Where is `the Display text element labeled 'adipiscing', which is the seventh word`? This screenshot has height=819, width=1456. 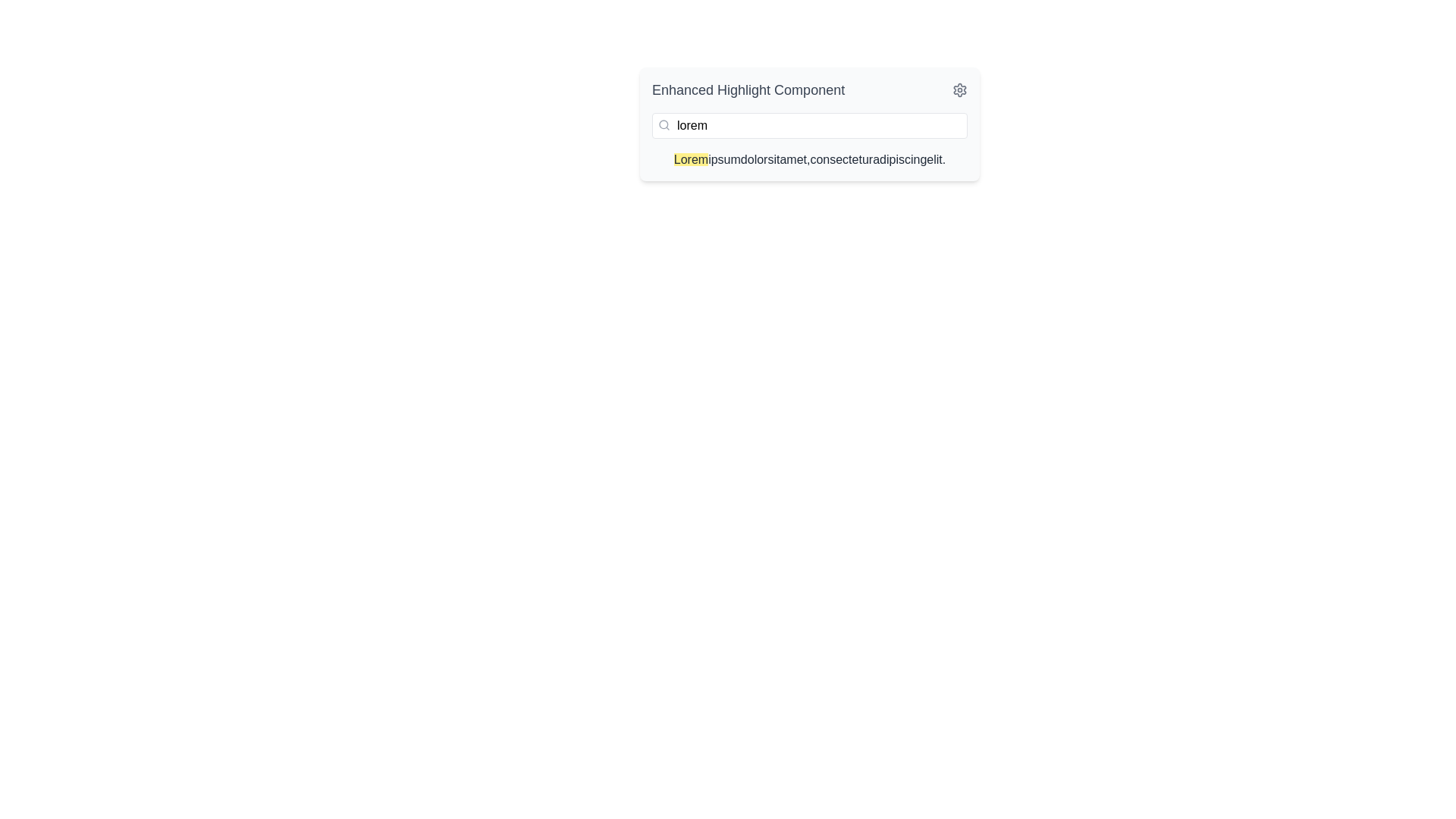 the Display text element labeled 'adipiscing', which is the seventh word is located at coordinates (899, 159).